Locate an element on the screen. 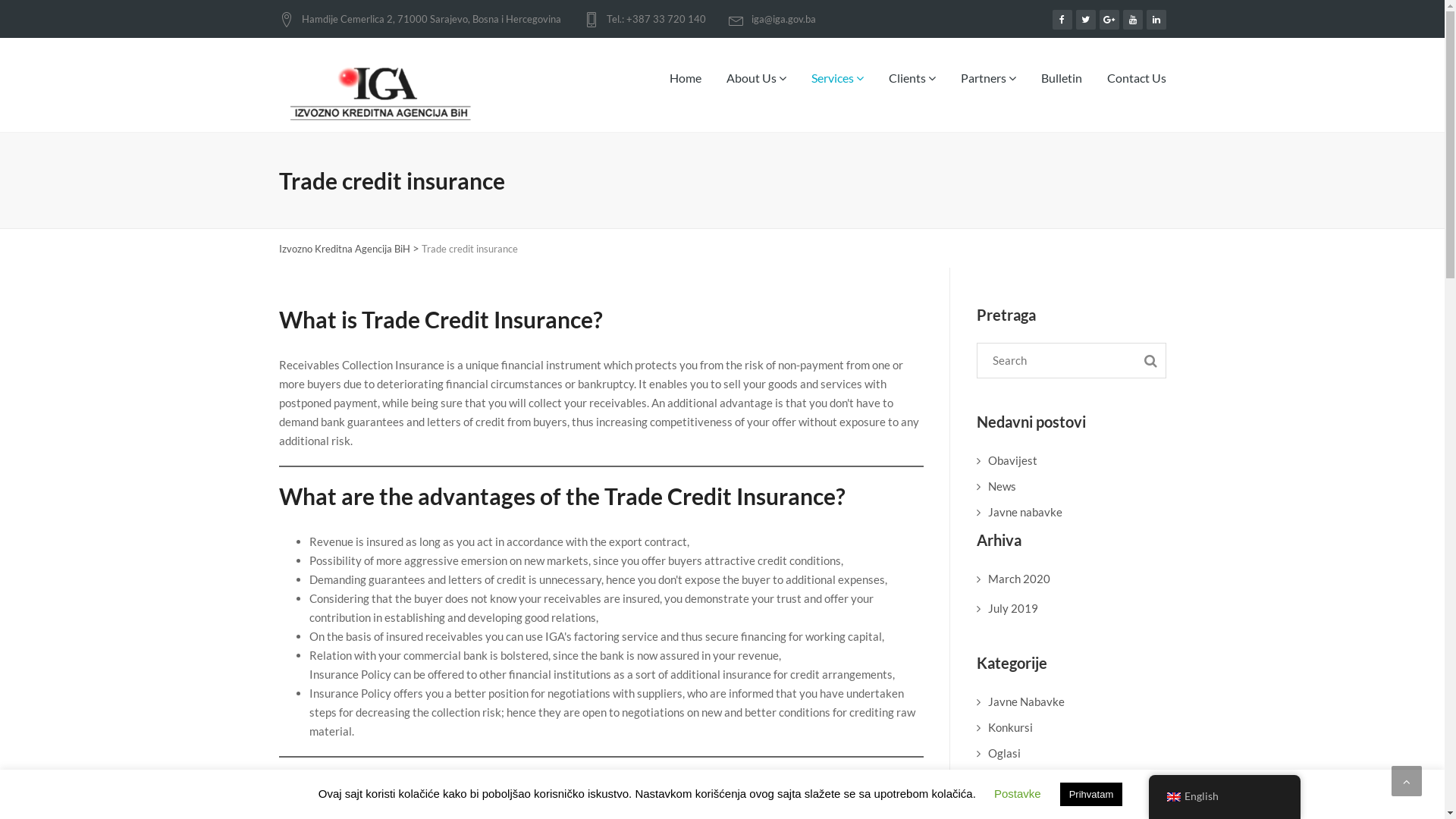 Image resolution: width=1456 pixels, height=819 pixels. 'About Us' is located at coordinates (755, 89).